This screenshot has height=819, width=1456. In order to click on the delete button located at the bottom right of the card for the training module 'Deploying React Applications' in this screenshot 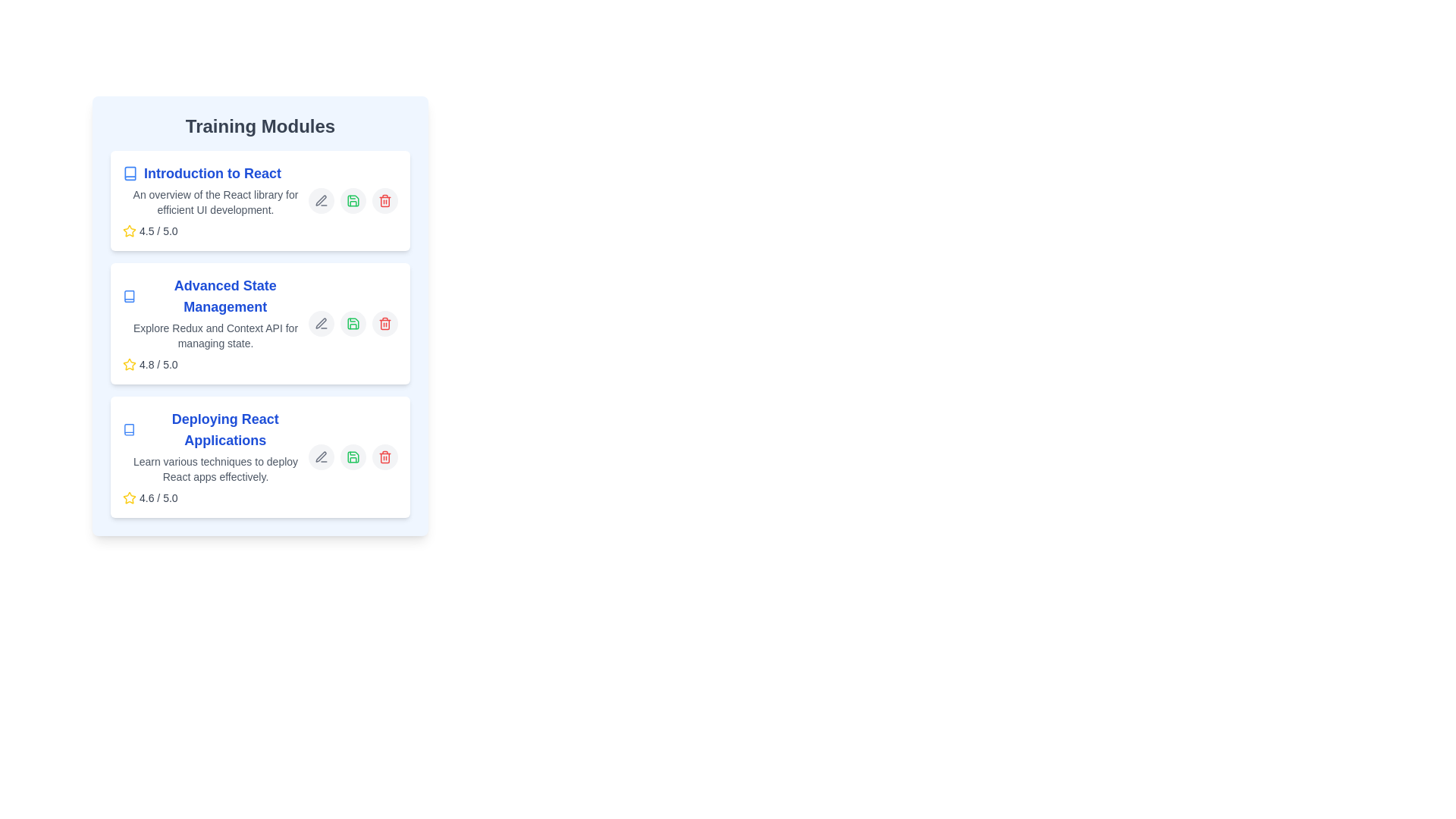, I will do `click(385, 456)`.